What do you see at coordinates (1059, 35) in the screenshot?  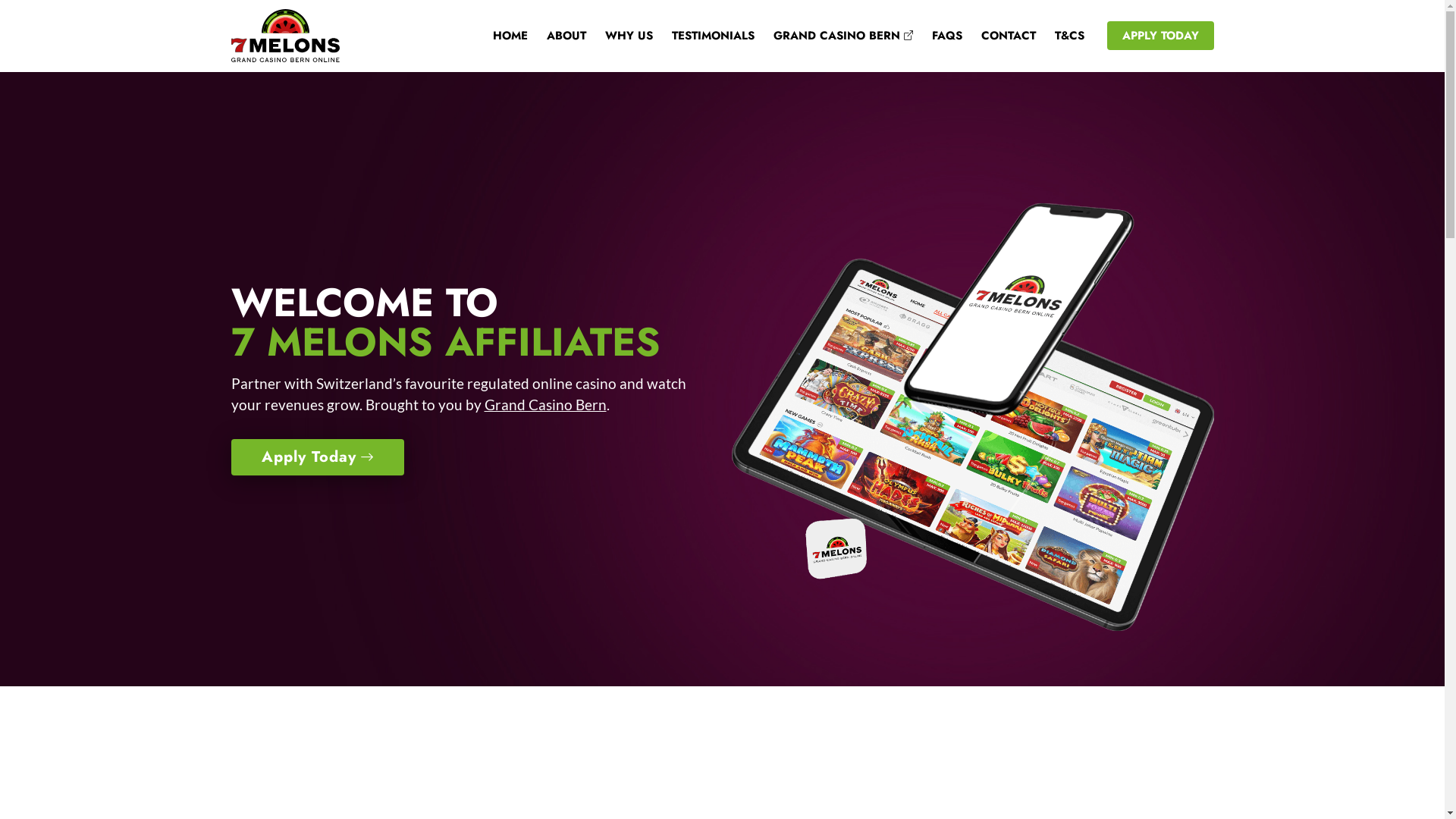 I see `'T&CS'` at bounding box center [1059, 35].